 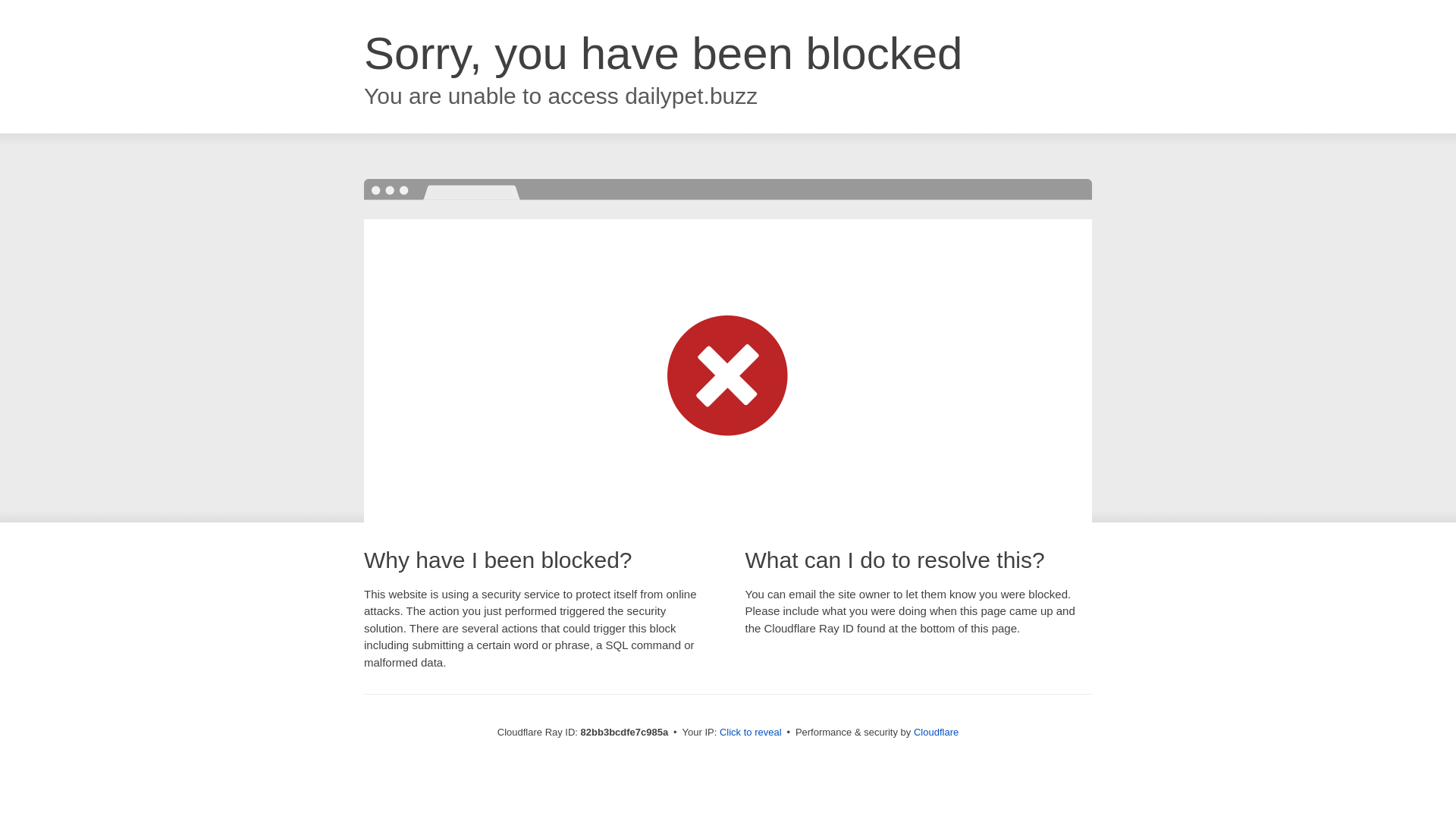 I want to click on 'Click to reveal', so click(x=750, y=731).